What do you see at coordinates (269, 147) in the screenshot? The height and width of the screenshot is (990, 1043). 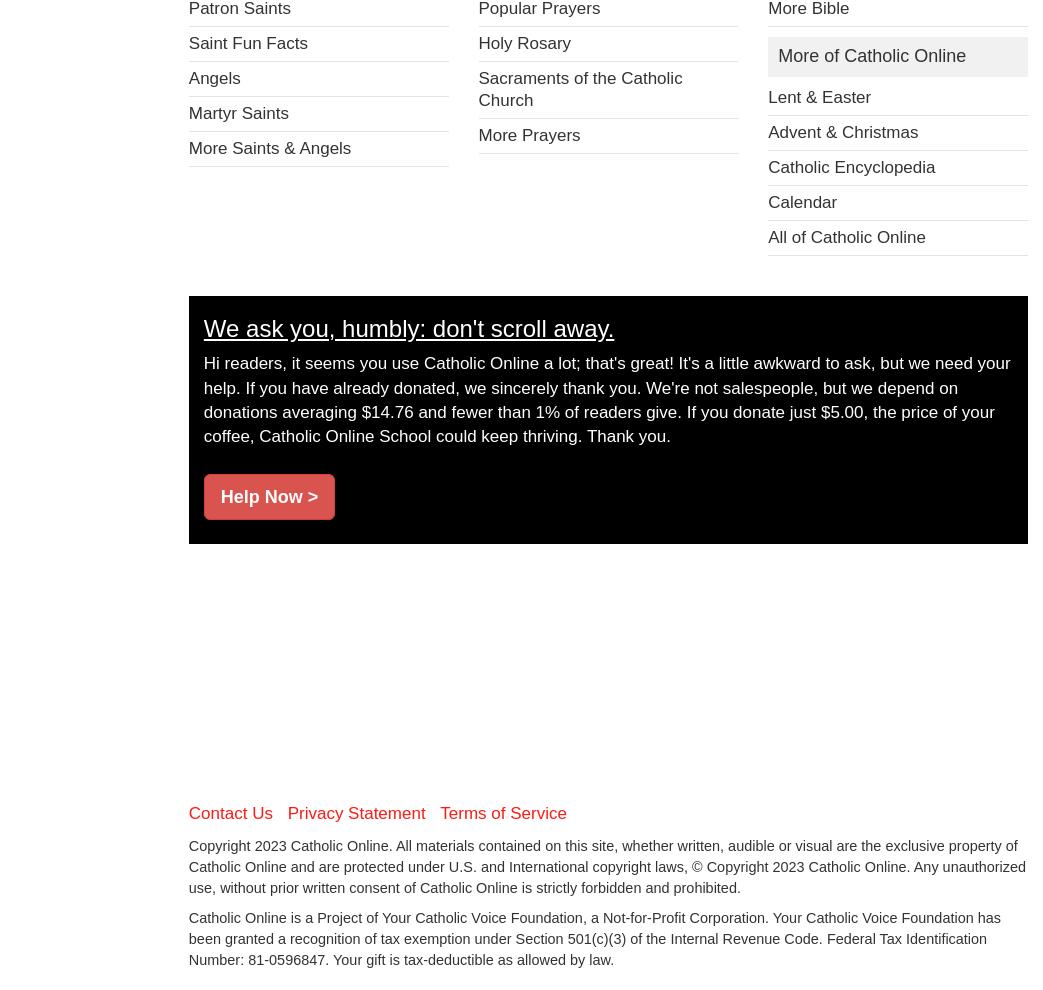 I see `'More Saints & Angels'` at bounding box center [269, 147].